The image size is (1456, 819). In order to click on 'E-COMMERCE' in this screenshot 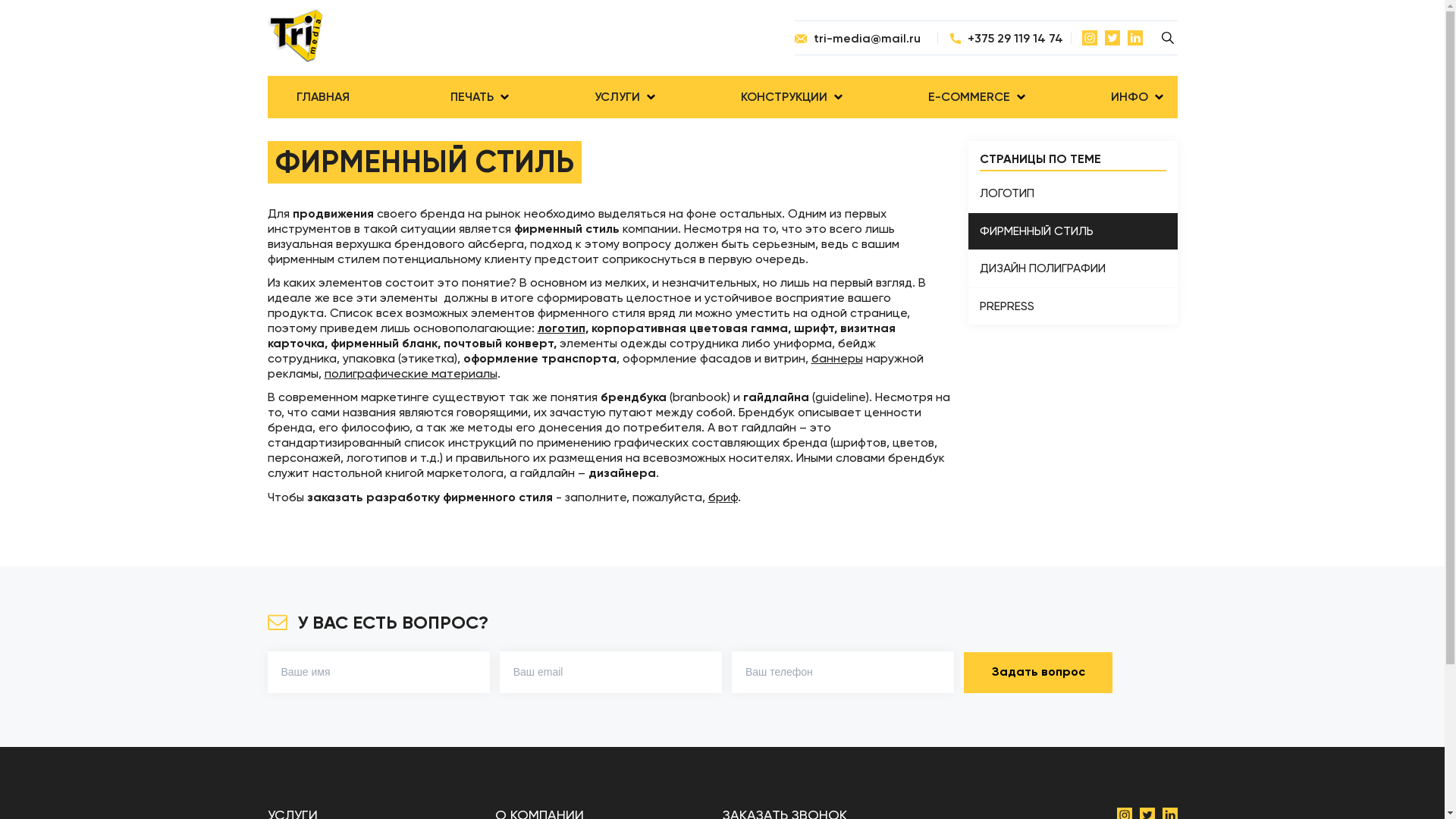, I will do `click(968, 96)`.